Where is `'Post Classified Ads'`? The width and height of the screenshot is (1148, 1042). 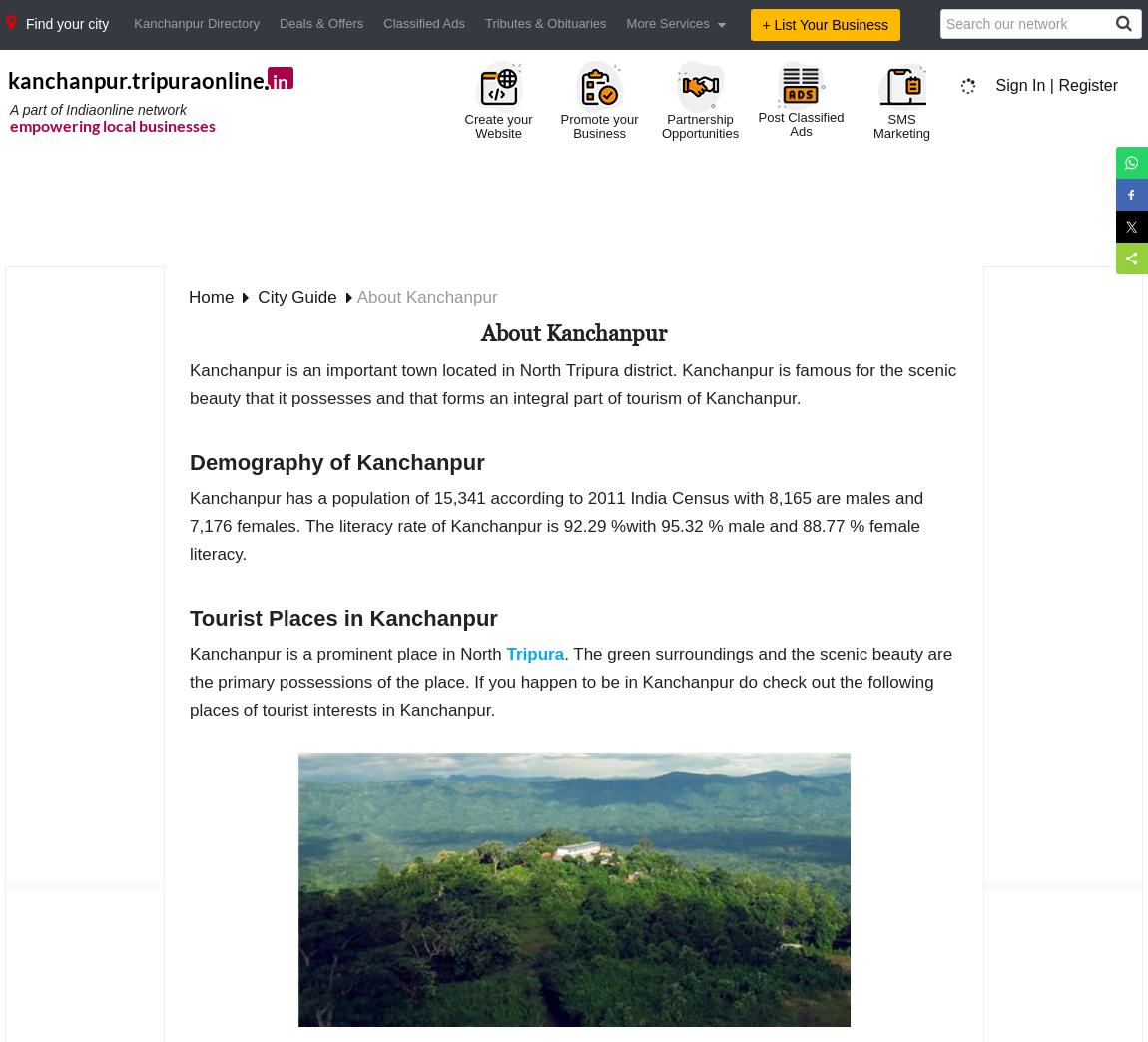
'Post Classified Ads' is located at coordinates (757, 123).